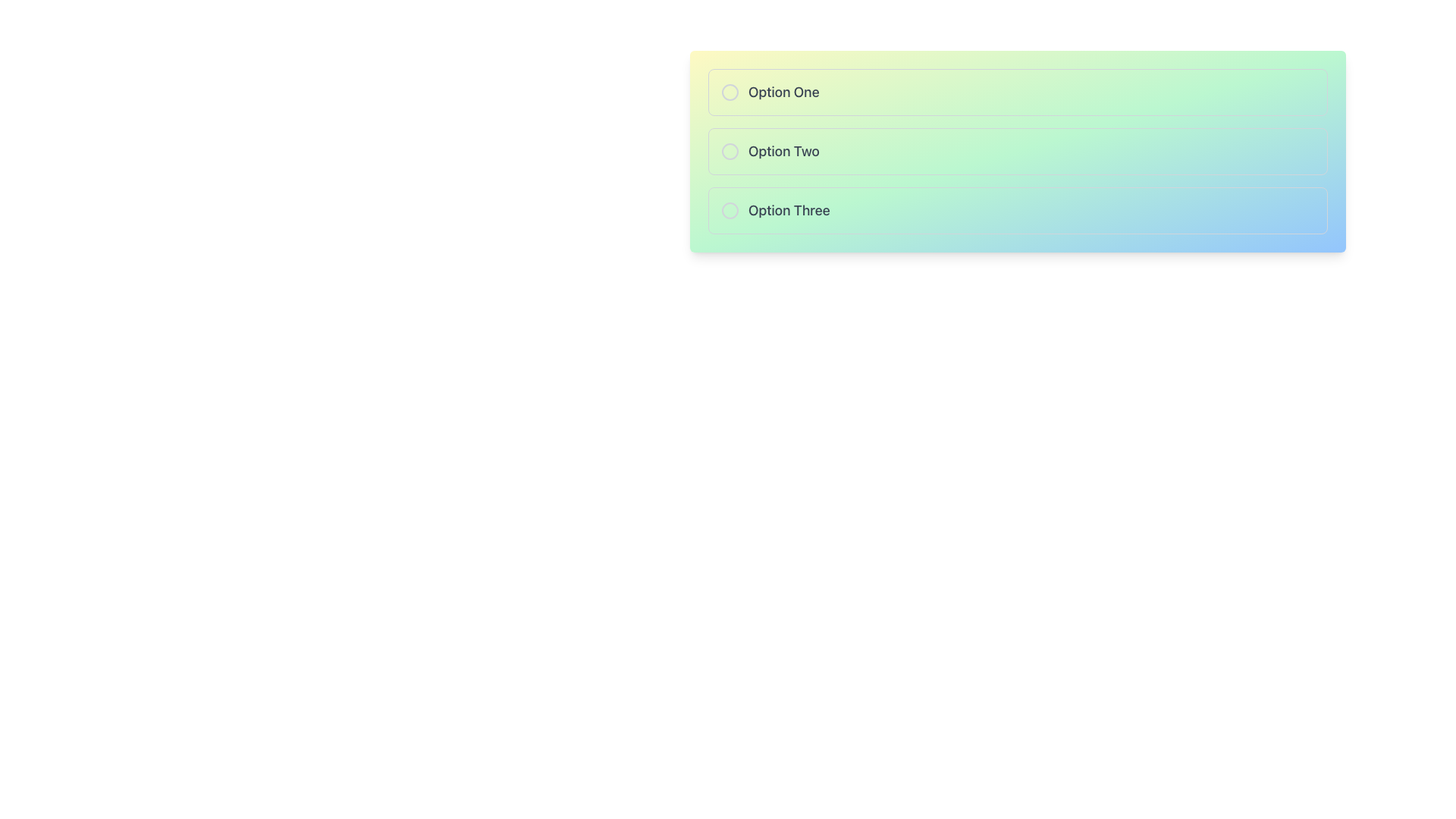 Image resolution: width=1456 pixels, height=819 pixels. I want to click on the radio button located to the left of the text 'Option One', so click(730, 93).